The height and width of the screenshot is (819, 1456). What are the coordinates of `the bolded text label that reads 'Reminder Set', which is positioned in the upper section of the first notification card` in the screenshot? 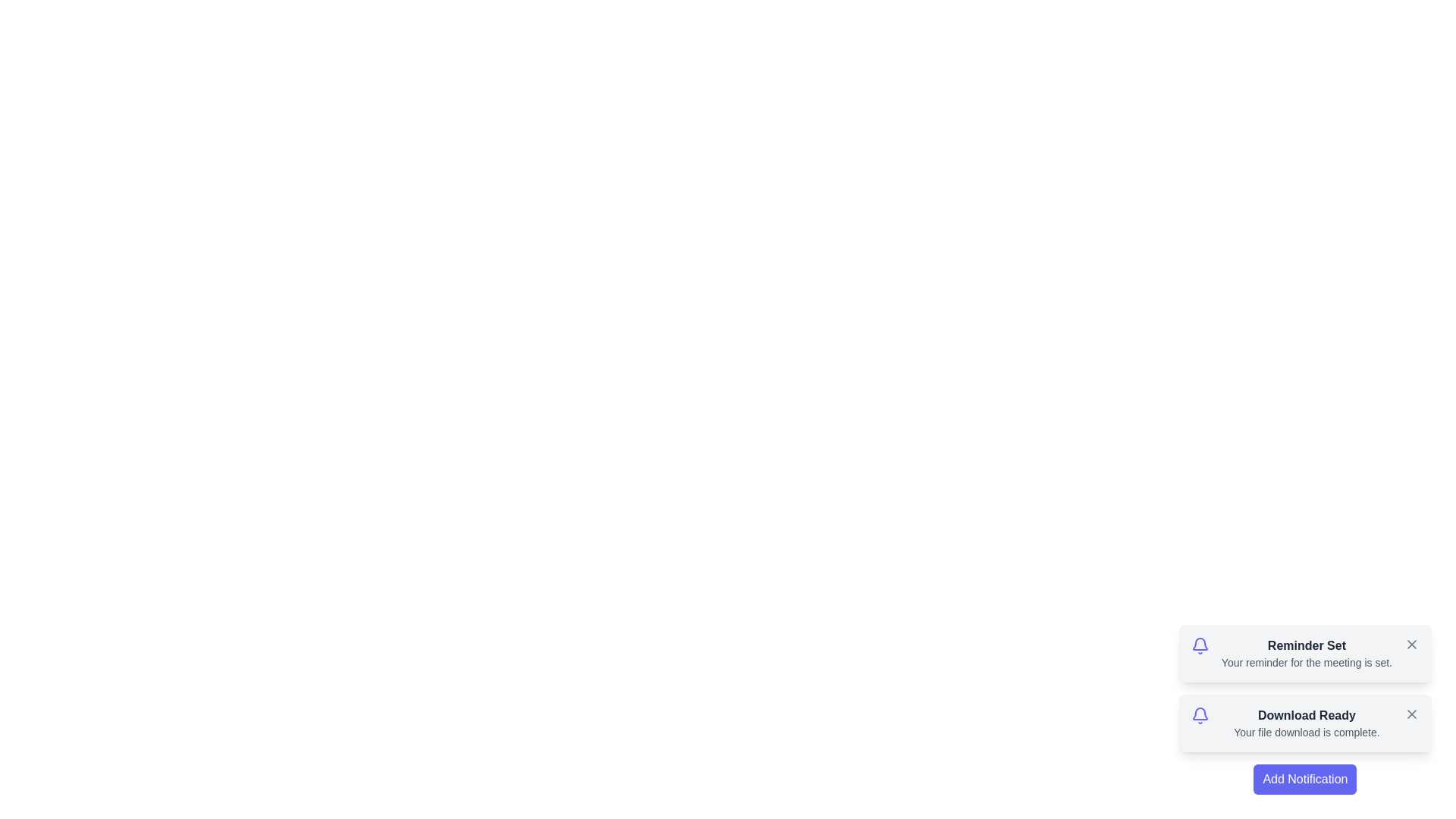 It's located at (1306, 646).